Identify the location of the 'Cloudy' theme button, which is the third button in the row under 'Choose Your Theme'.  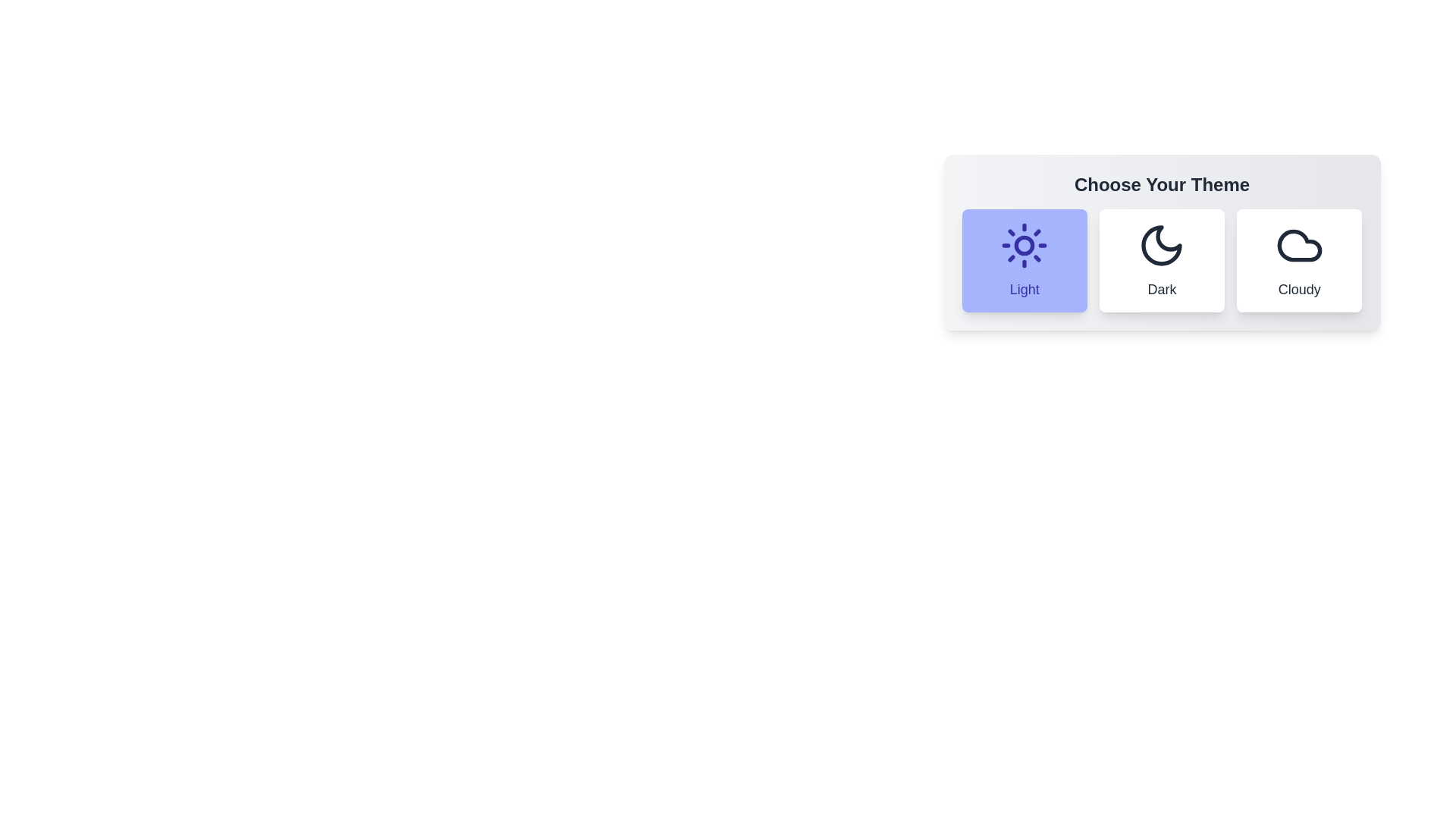
(1298, 259).